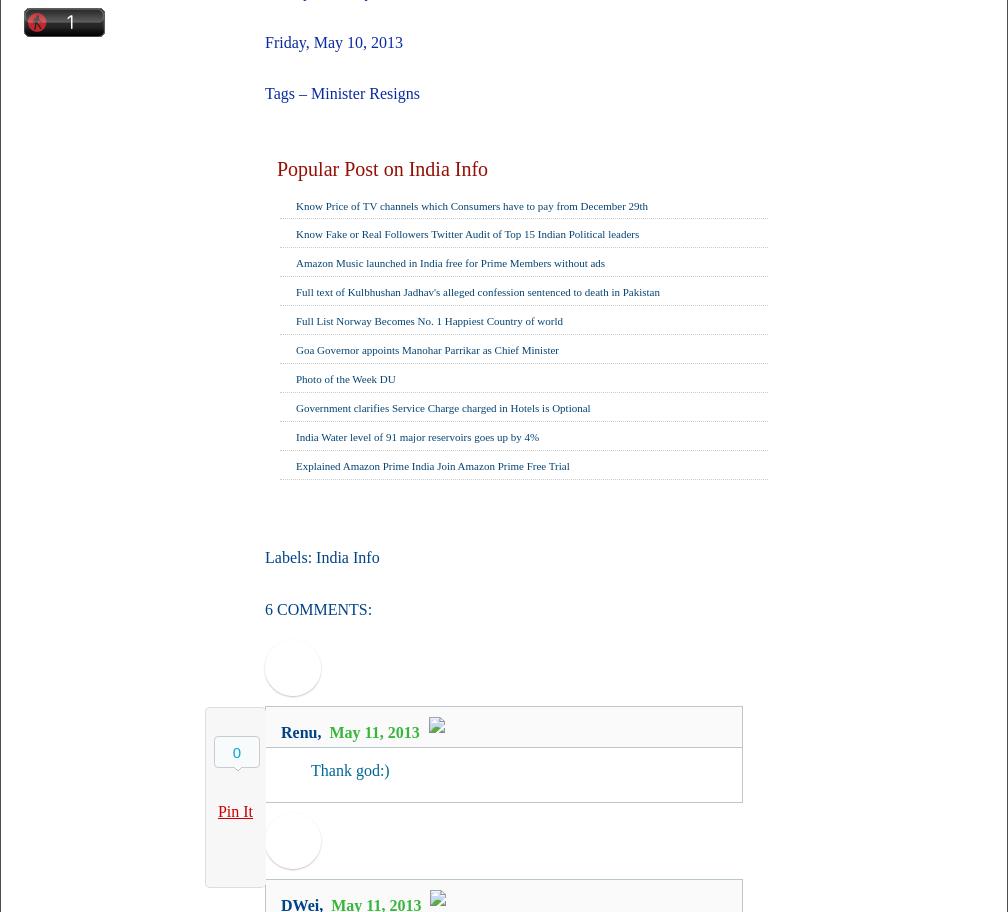 Image resolution: width=1008 pixels, height=912 pixels. Describe the element at coordinates (296, 435) in the screenshot. I see `'India Water level of 91 major reservoirs goes up by 4%'` at that location.